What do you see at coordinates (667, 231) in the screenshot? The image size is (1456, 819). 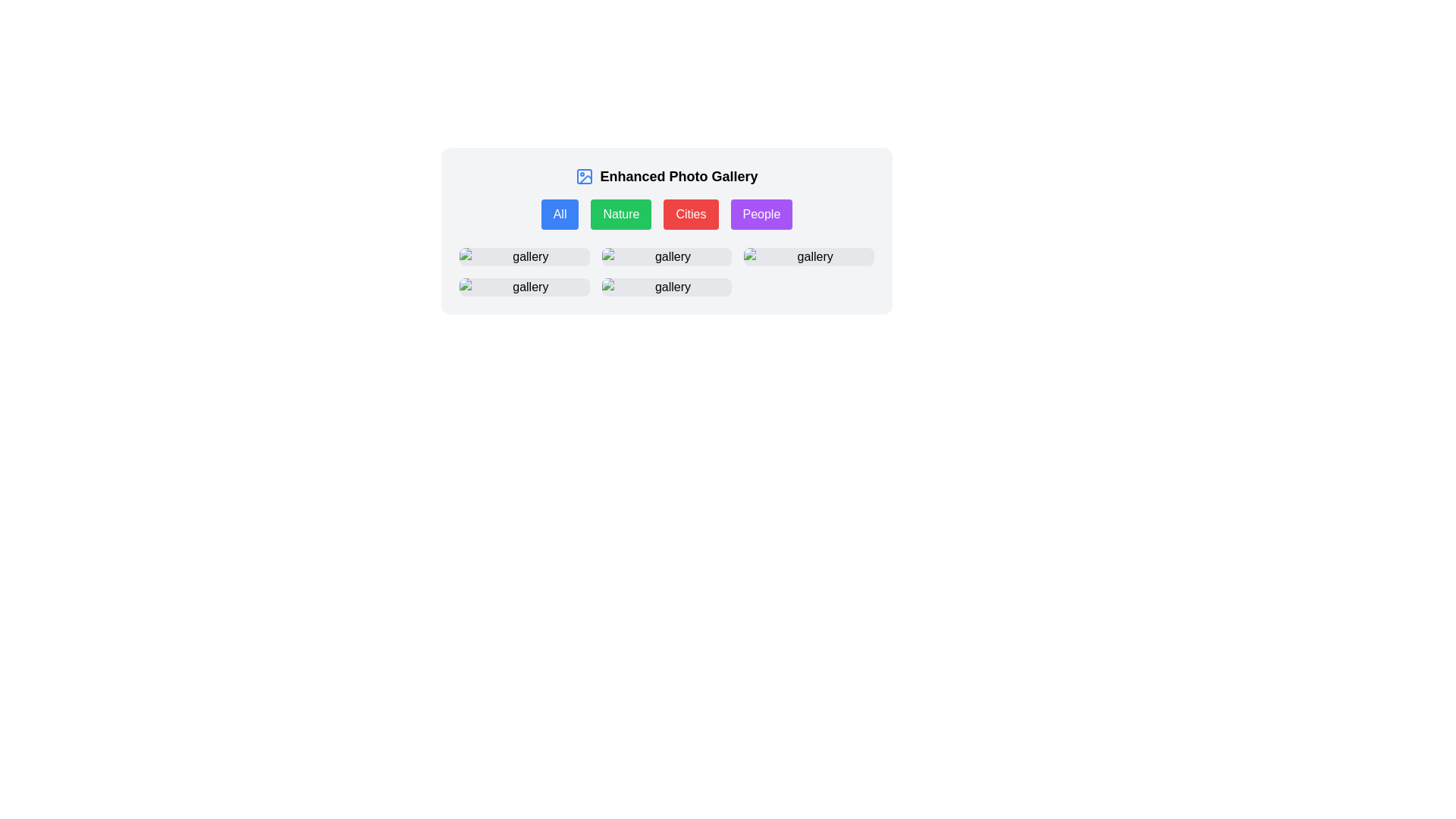 I see `the 'Cities' button, which has a red background and white text, to filter the content` at bounding box center [667, 231].